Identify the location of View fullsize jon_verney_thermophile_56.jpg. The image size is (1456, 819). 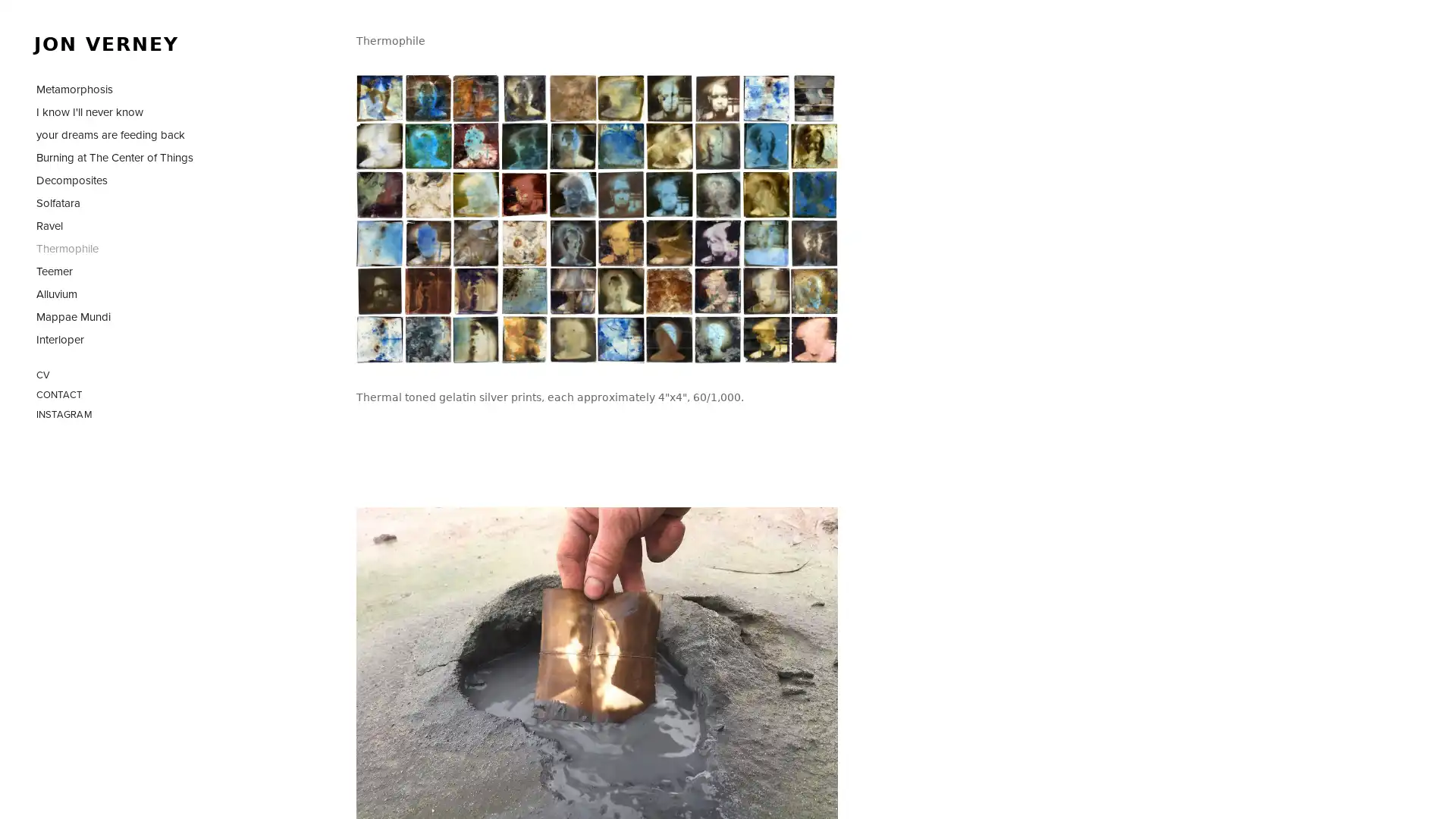
(765, 97).